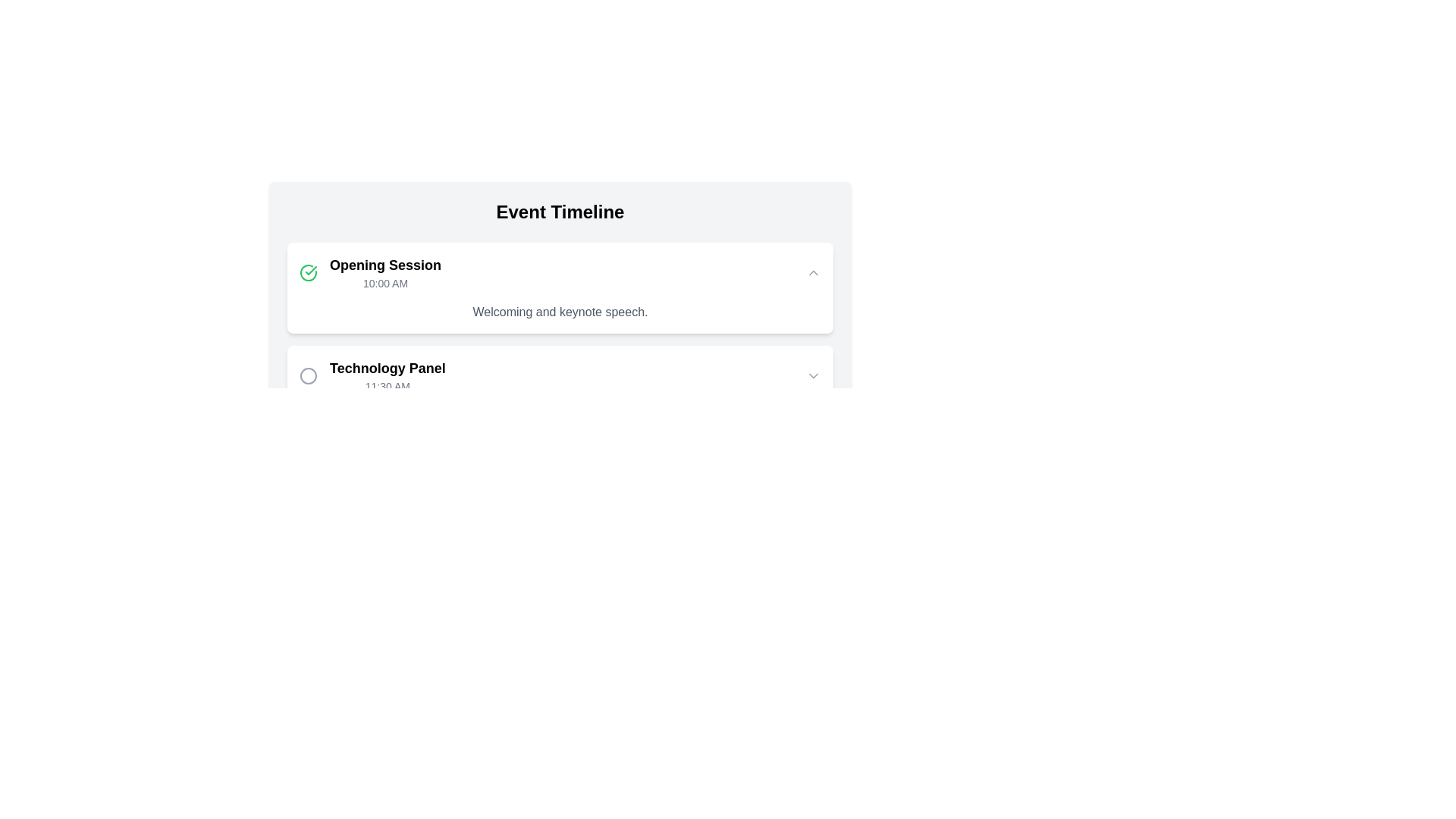  Describe the element at coordinates (813, 375) in the screenshot. I see `the expand/collapse icon on the right end of the 'Technology Panel' entry` at that location.